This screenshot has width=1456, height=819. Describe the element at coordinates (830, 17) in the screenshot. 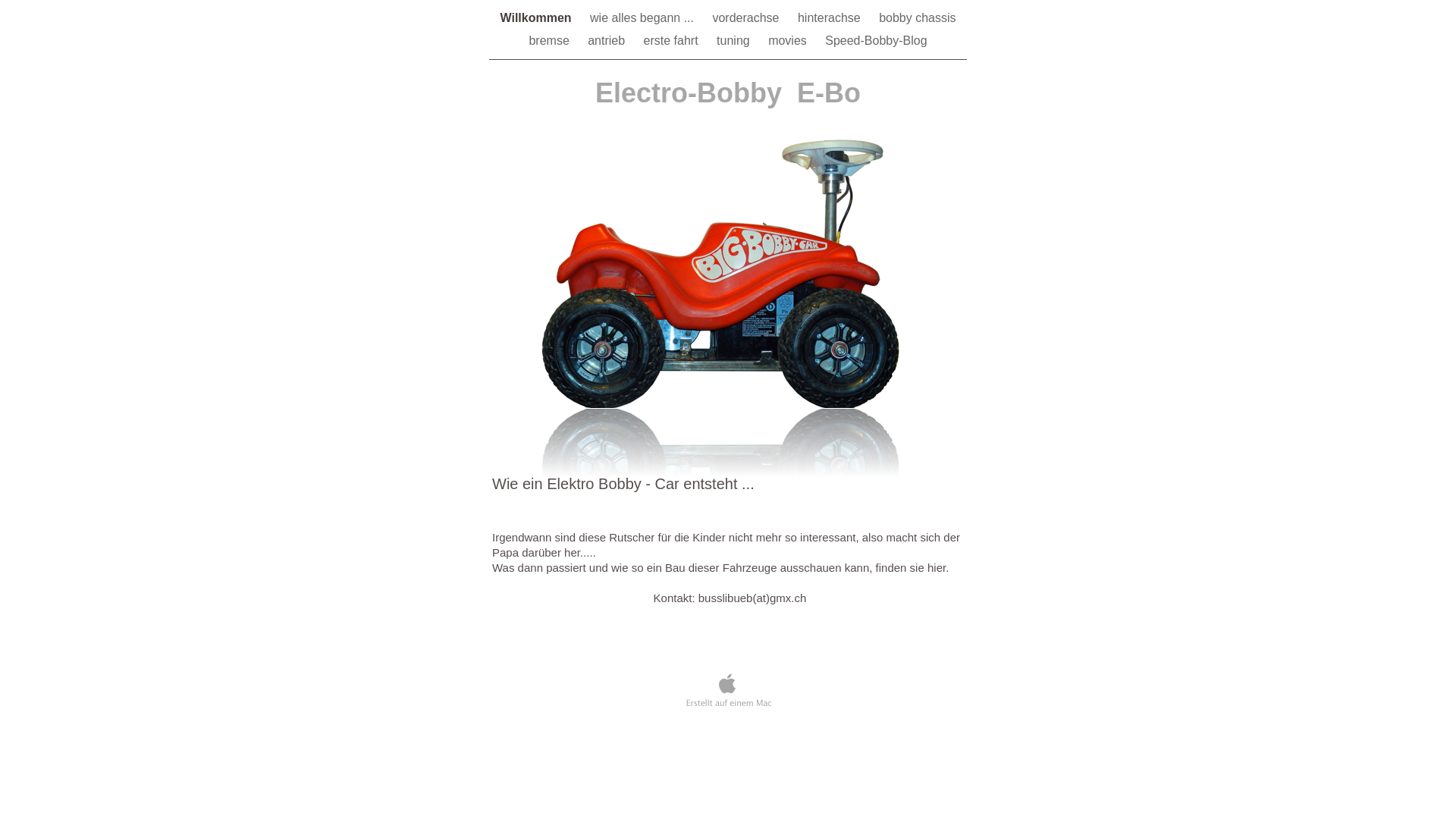

I see `'hinterachse'` at that location.